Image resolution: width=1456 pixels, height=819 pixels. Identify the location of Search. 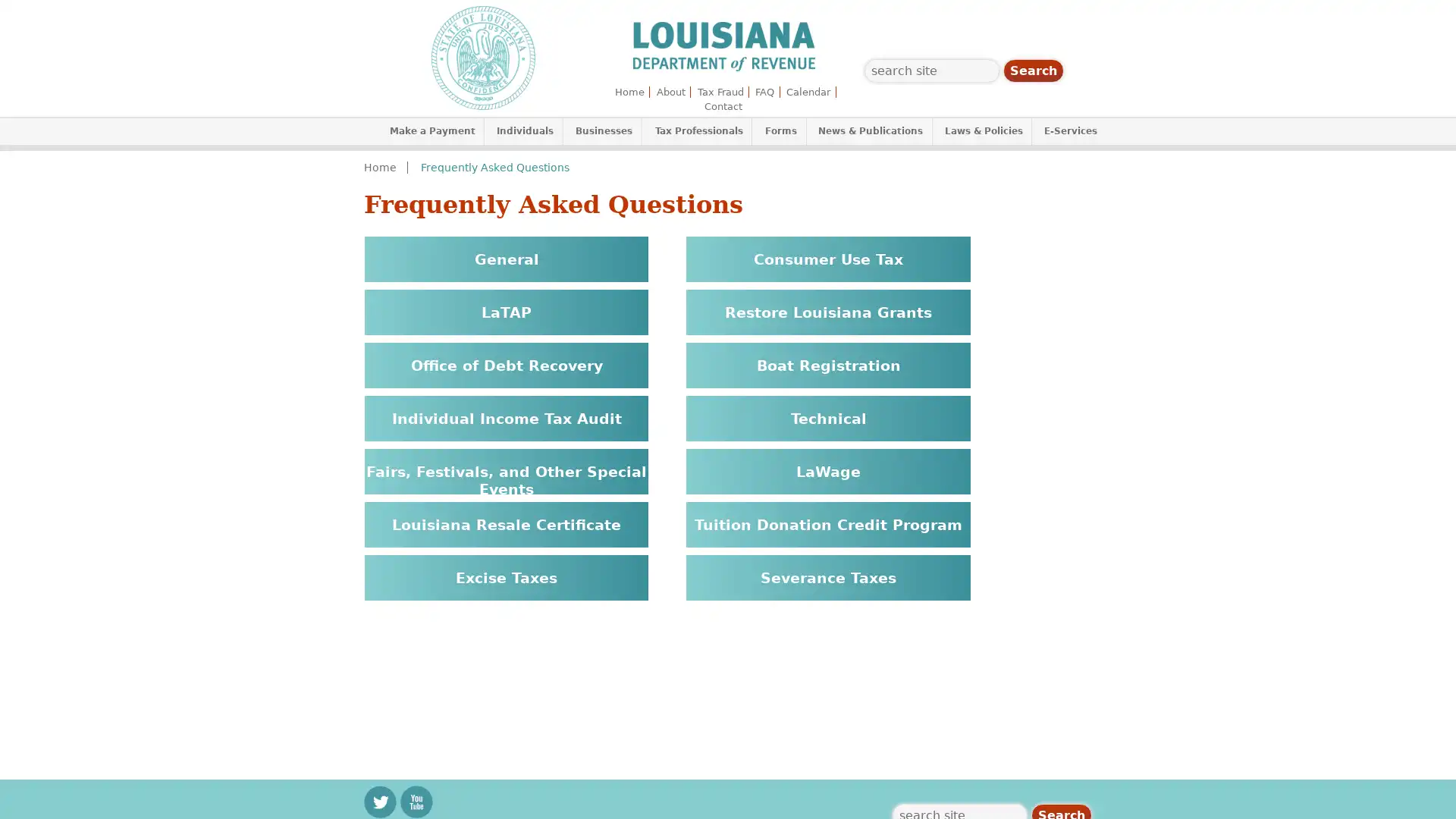
(1033, 71).